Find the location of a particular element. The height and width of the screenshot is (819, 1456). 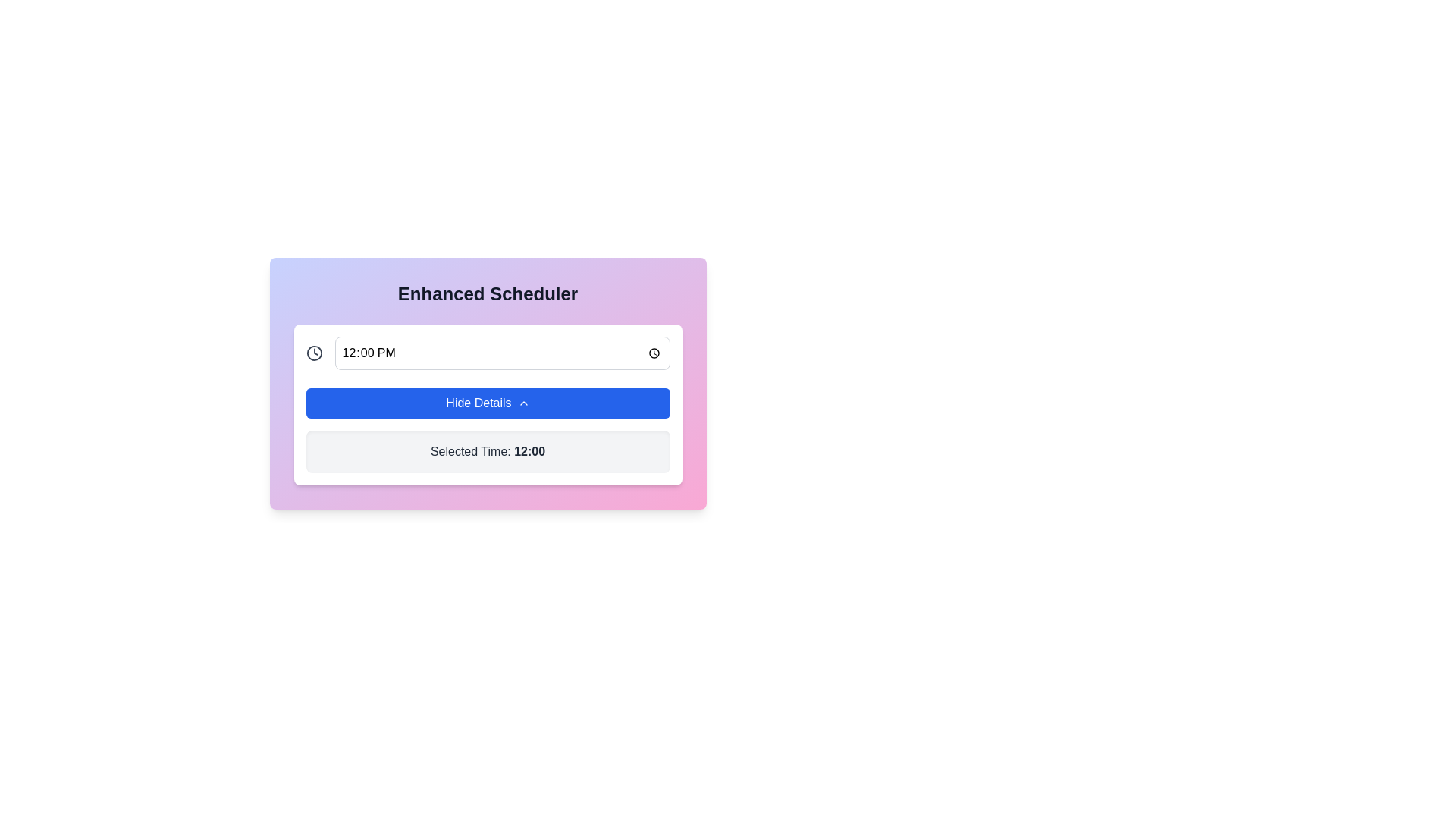

the text component displaying '12:00' in bold font, located on the right side of 'Selected Time:' in the bottom section of the interface is located at coordinates (529, 450).